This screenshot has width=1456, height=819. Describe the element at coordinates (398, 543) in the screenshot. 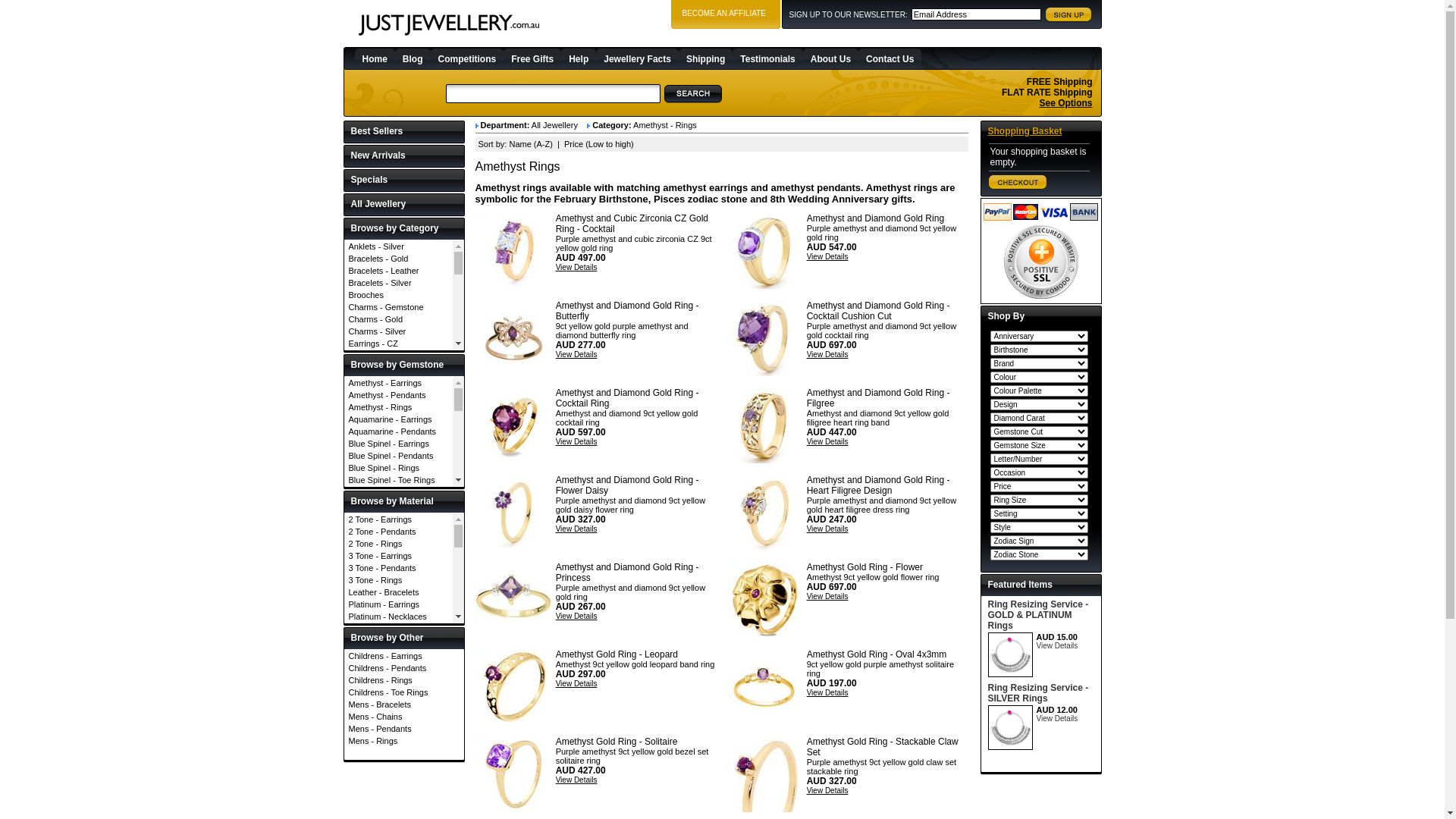

I see `'2 Tone - Rings'` at that location.